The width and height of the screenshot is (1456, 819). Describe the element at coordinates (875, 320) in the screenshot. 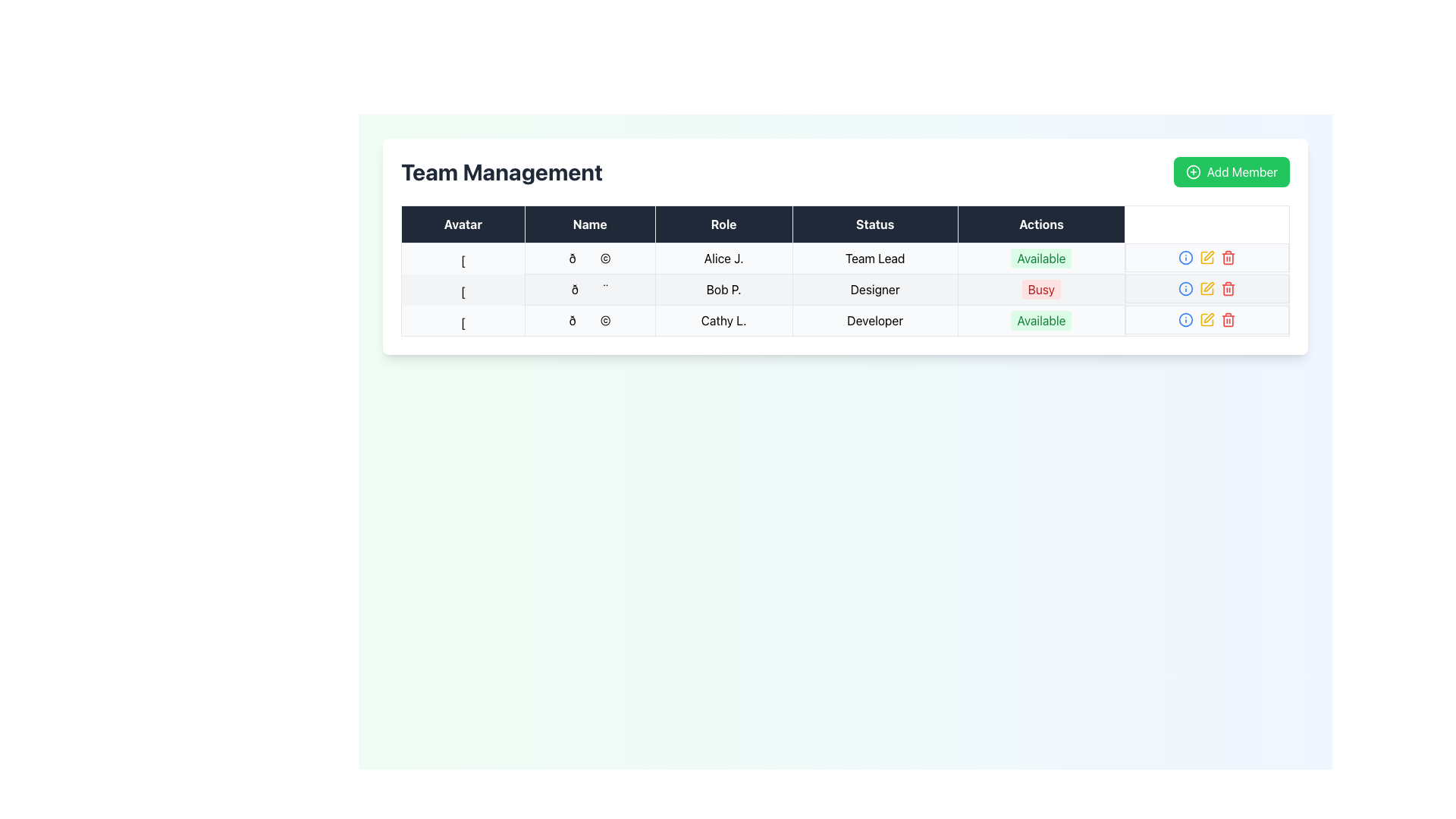

I see `the text label indicating the role of the individual` at that location.